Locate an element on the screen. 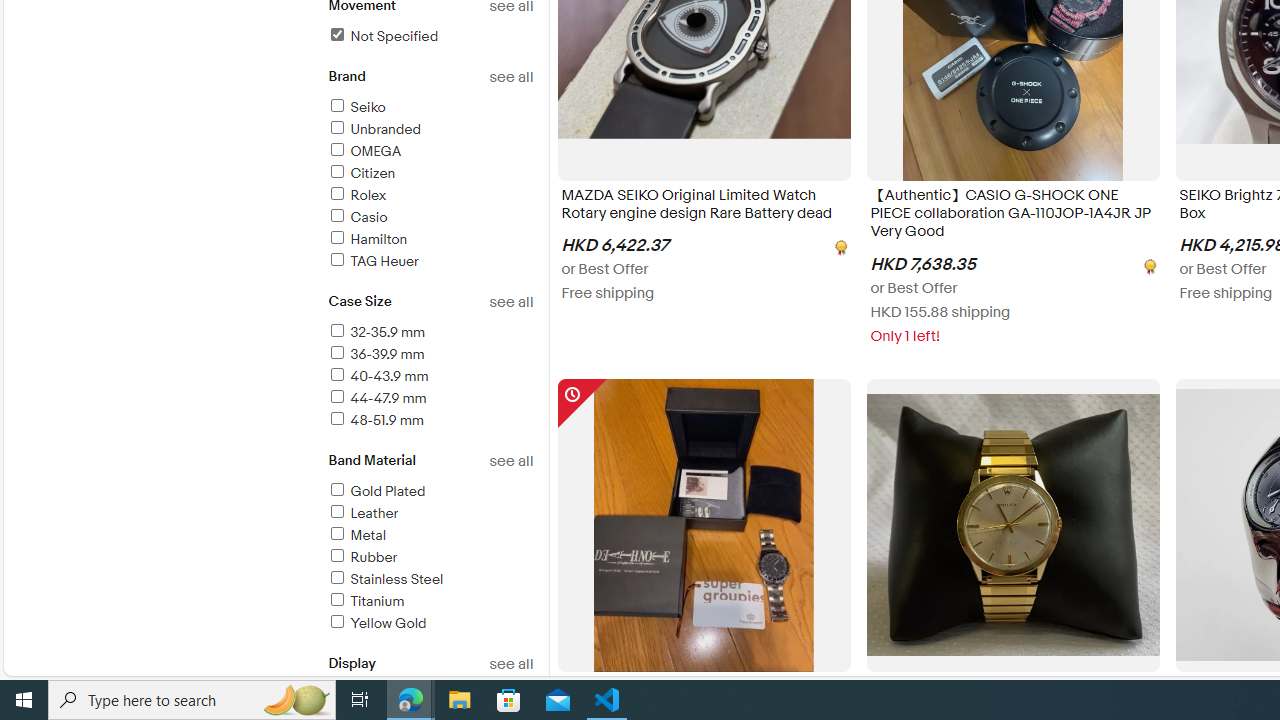 The width and height of the screenshot is (1280, 720). '48-51.9 mm' is located at coordinates (429, 420).